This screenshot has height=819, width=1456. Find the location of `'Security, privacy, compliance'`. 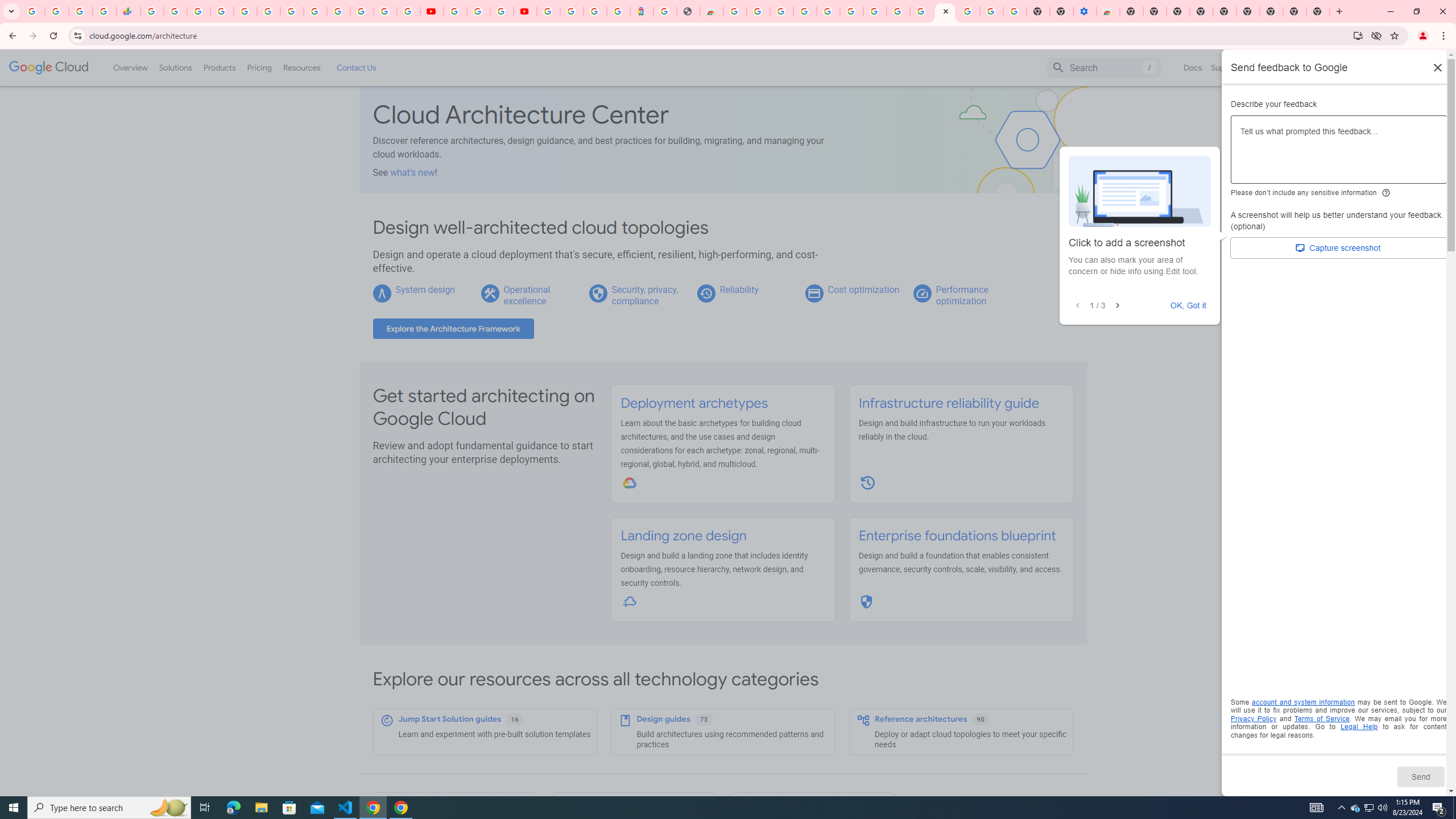

'Security, privacy, compliance' is located at coordinates (644, 295).